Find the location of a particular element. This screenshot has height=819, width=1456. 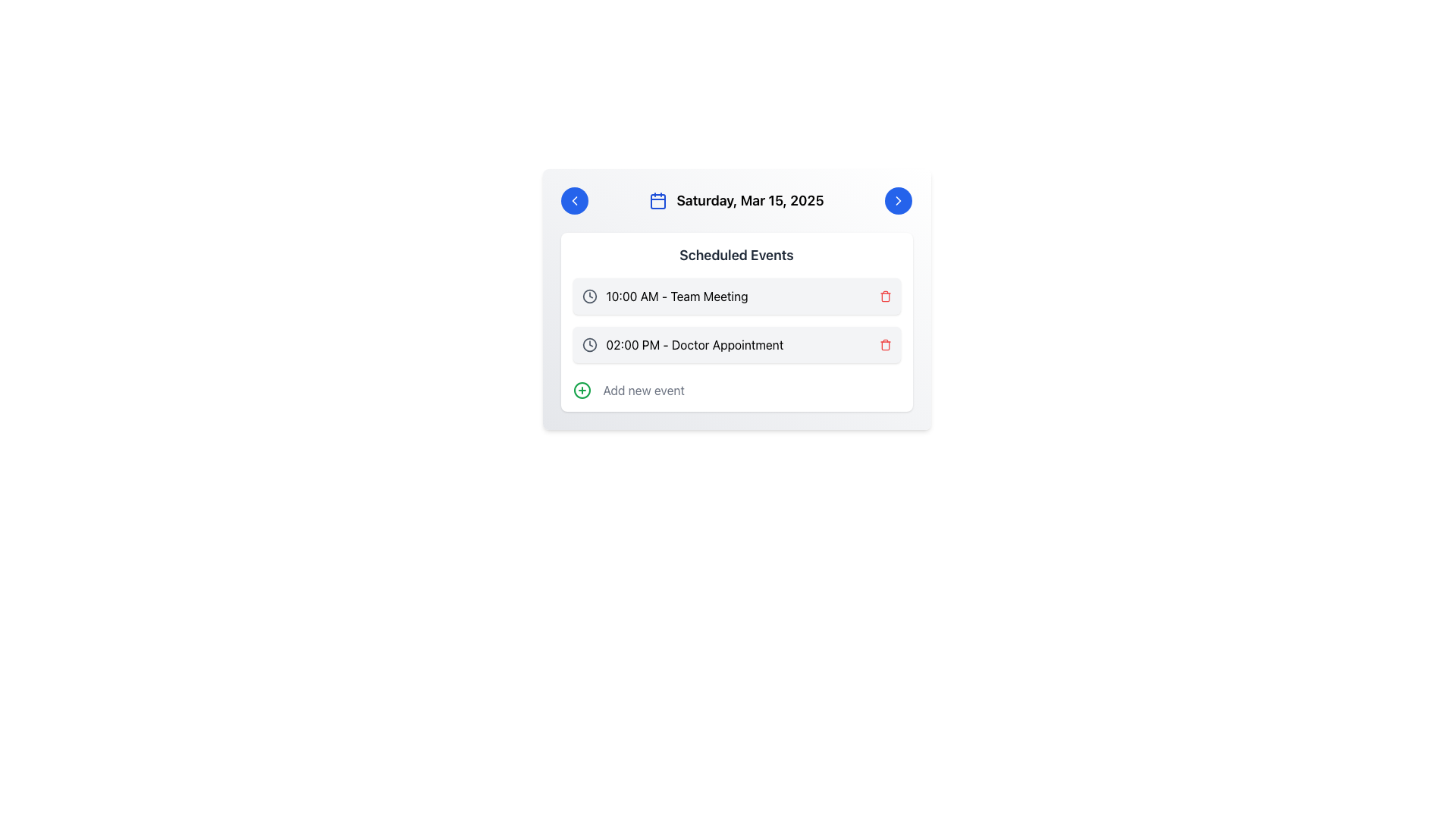

the Text label that prompts to add a new event, located to the right of the green circular plus icon in the event scheduling list is located at coordinates (644, 390).